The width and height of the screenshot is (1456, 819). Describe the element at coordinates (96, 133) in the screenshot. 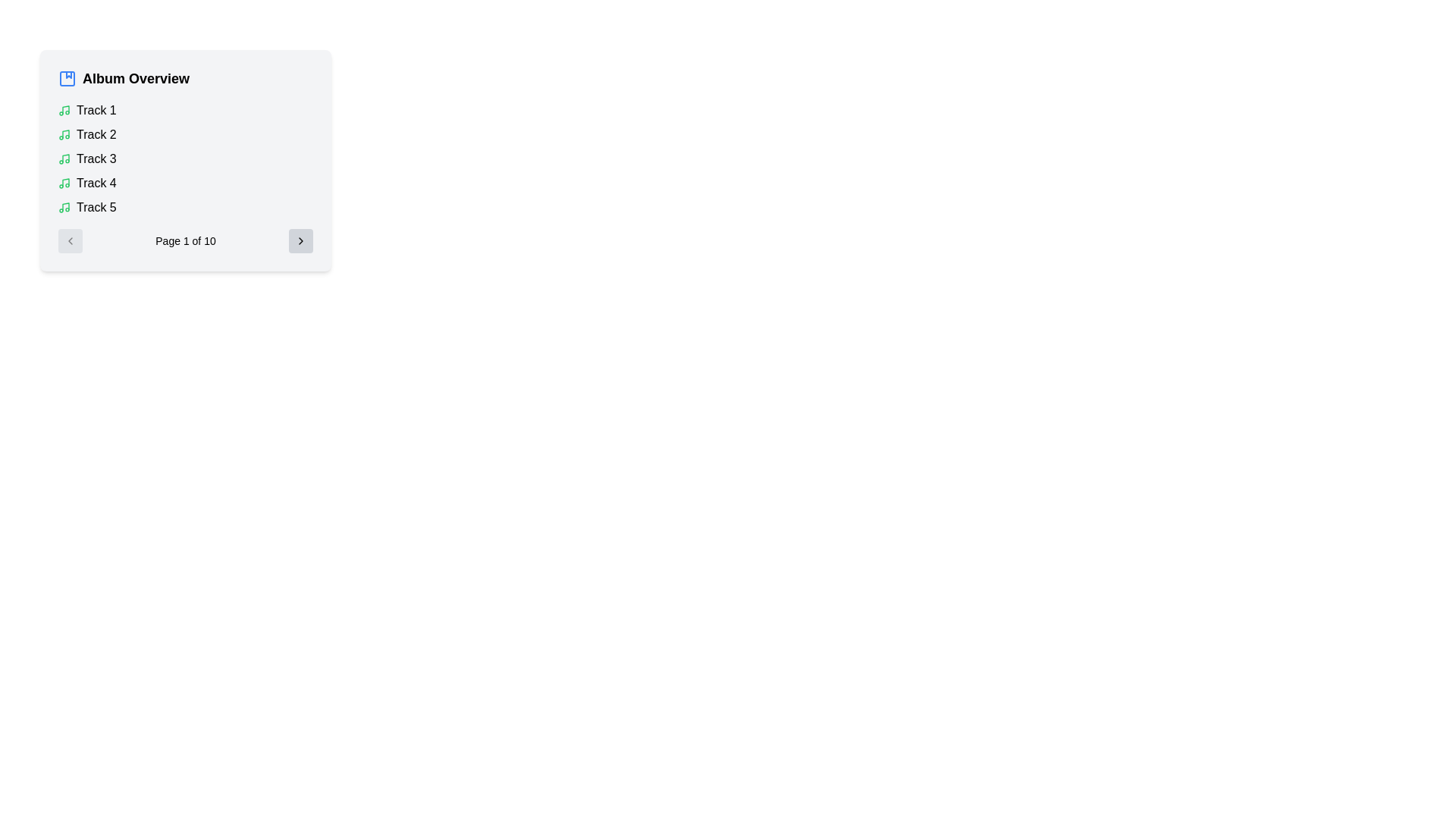

I see `the 'Track 2' text label` at that location.